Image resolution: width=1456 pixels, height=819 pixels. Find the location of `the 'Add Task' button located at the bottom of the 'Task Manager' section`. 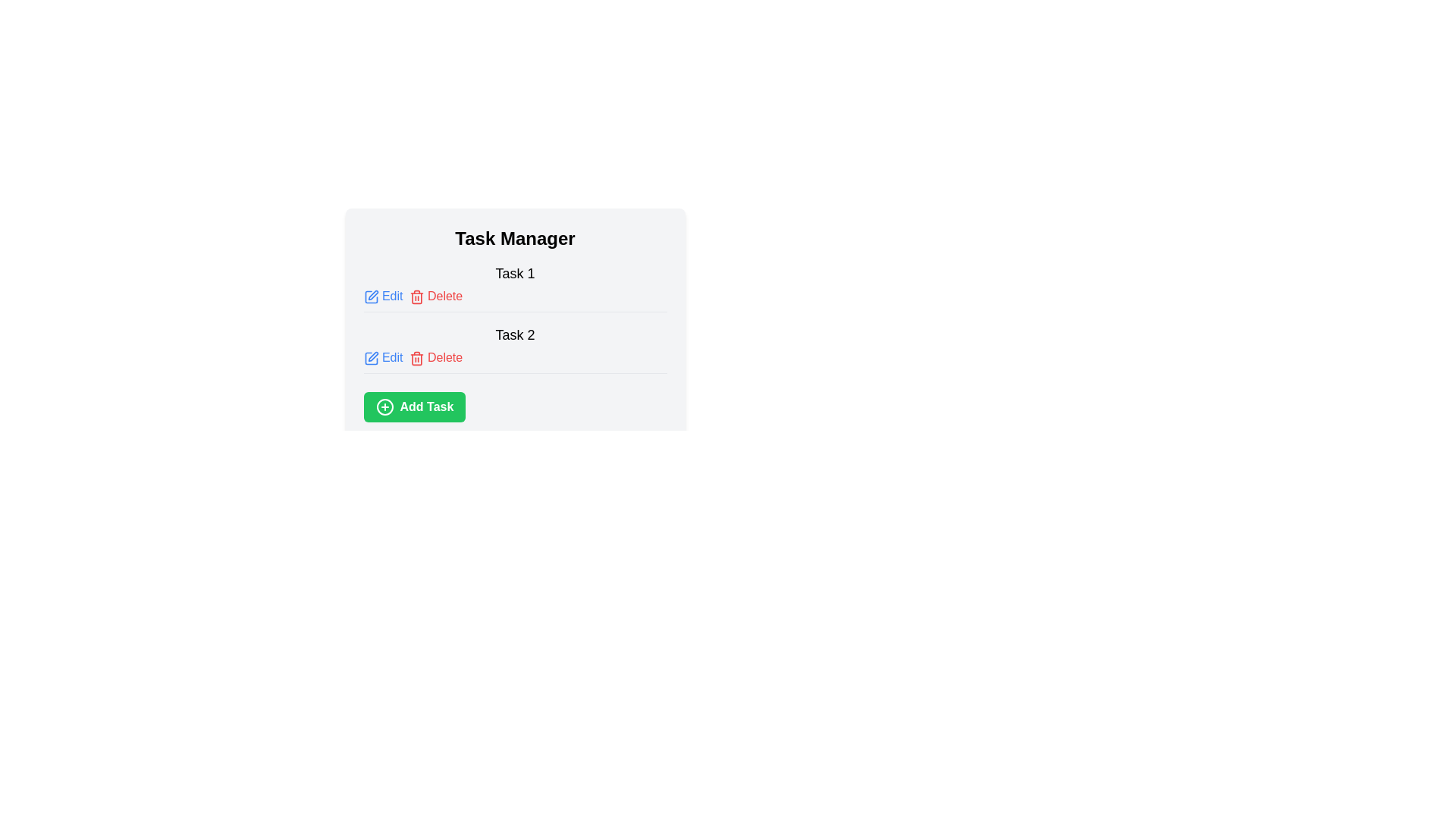

the 'Add Task' button located at the bottom of the 'Task Manager' section is located at coordinates (414, 406).